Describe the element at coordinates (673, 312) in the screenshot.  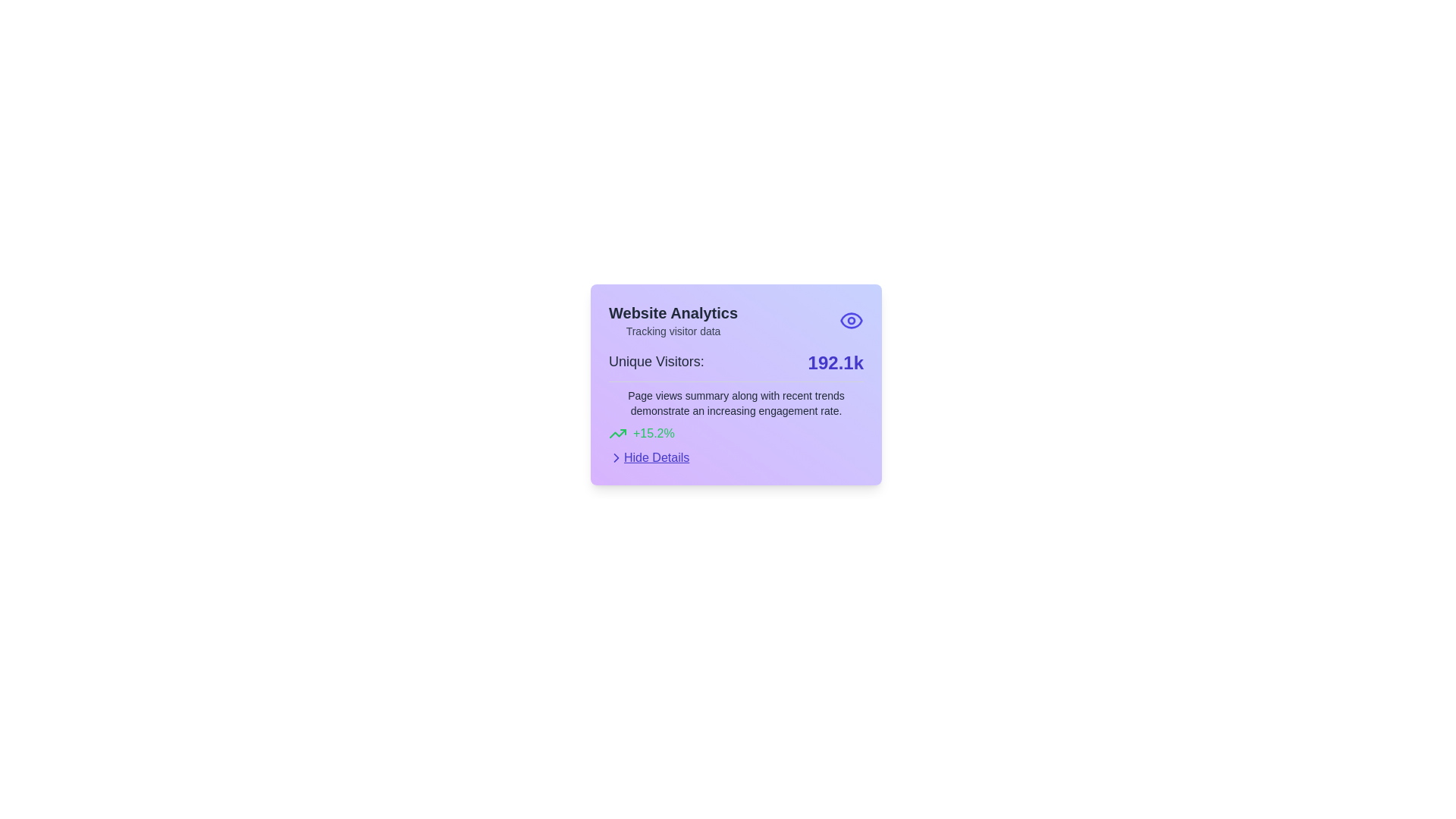
I see `the prominent text label displaying 'Website Analytics' in bold and slightly enlarged font, located at the top-left section of a card interface` at that location.